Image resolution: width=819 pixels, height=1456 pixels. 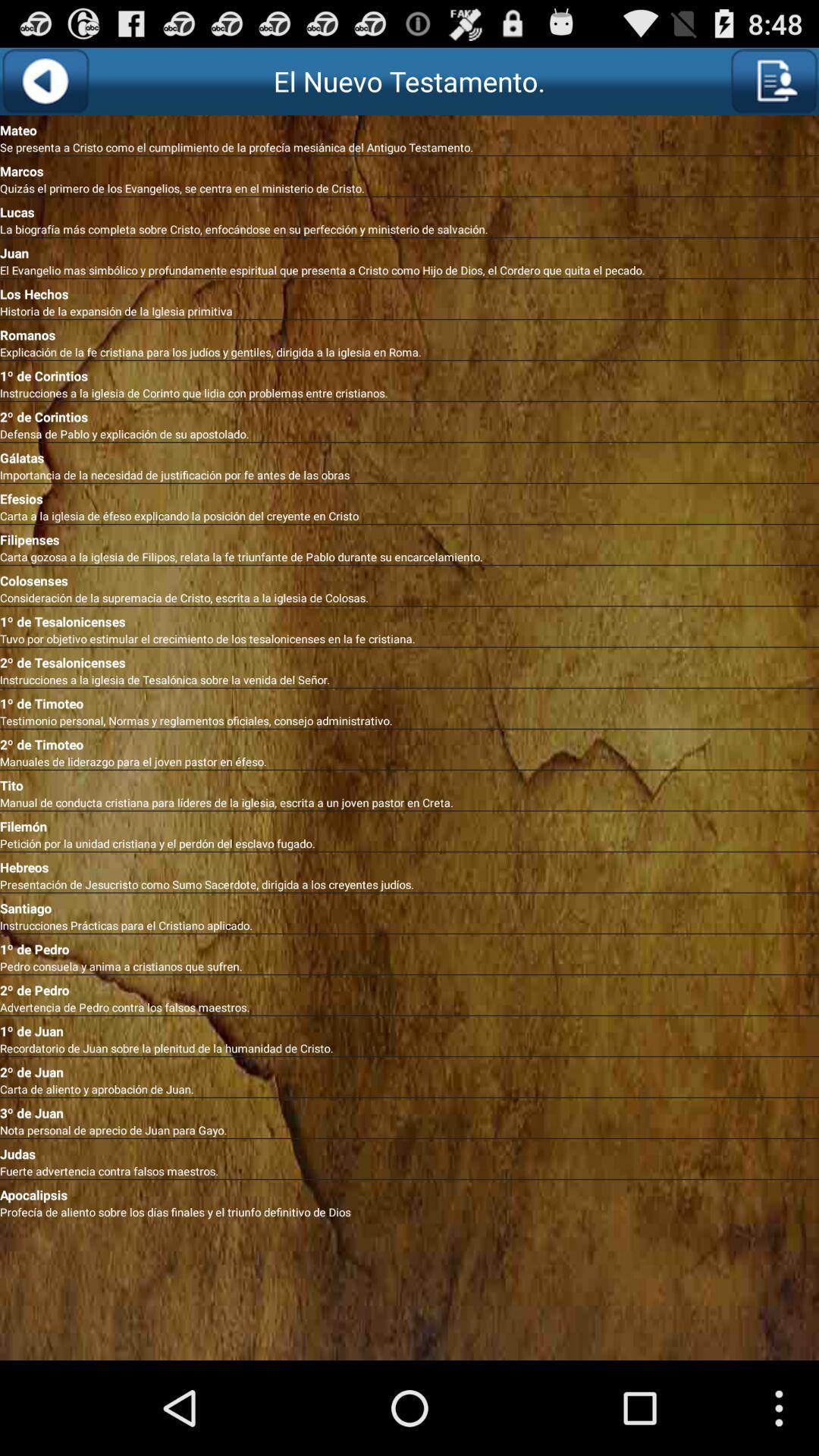 I want to click on the tito, so click(x=409, y=783).